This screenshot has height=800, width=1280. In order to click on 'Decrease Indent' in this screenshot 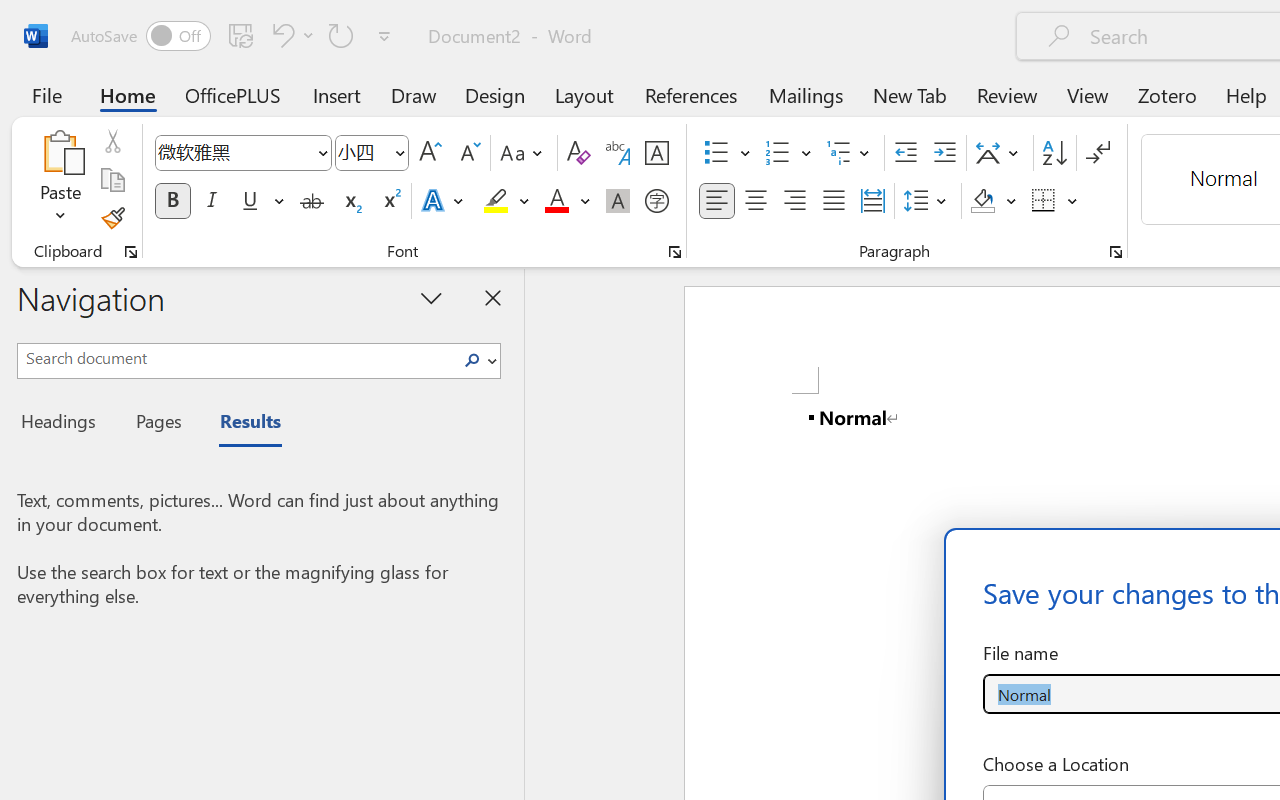, I will do `click(905, 153)`.